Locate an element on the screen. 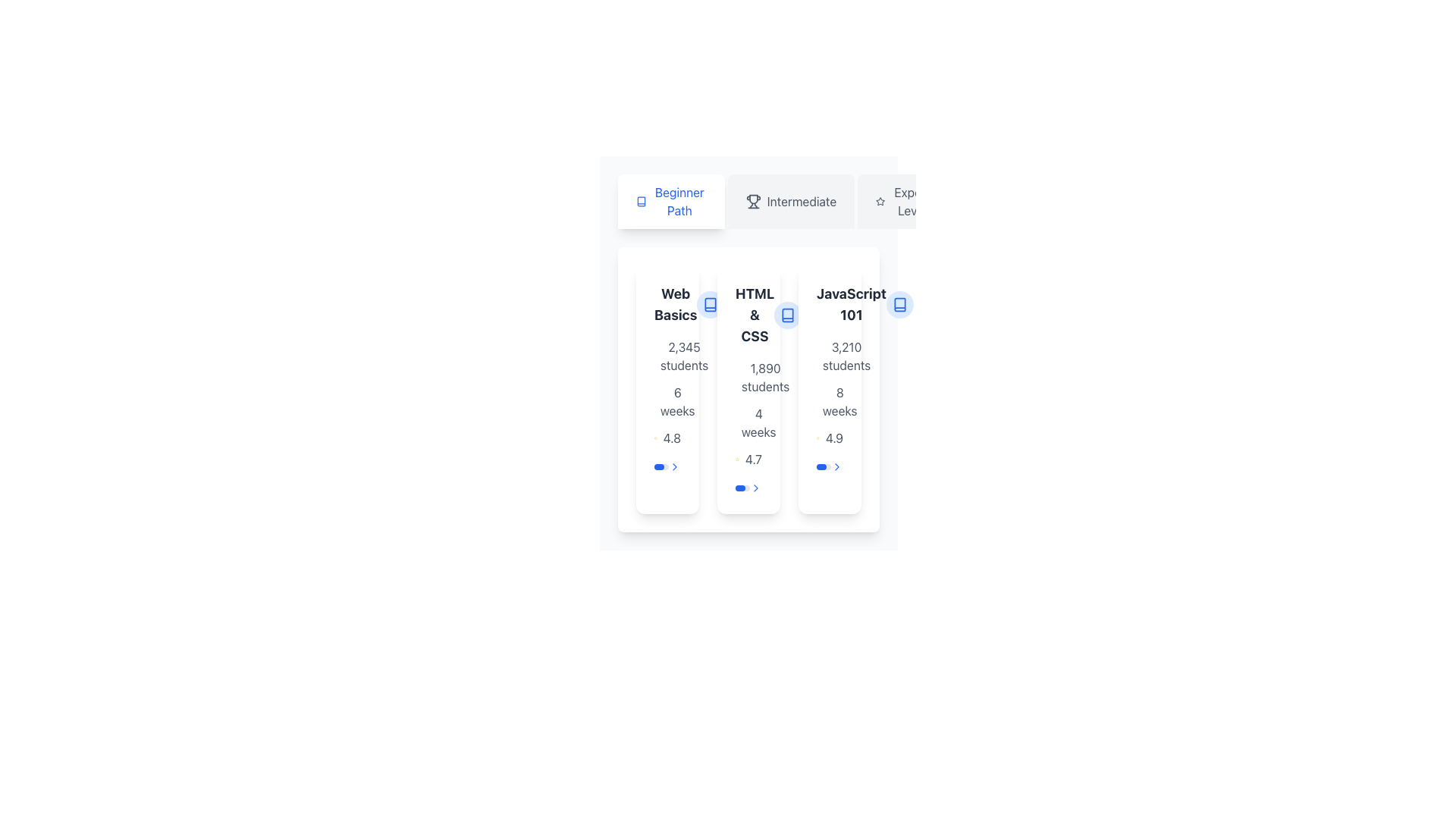 The height and width of the screenshot is (819, 1456). the progress bar with navigation icon located at the bottom-right of the 'Web Basics' card is located at coordinates (667, 466).